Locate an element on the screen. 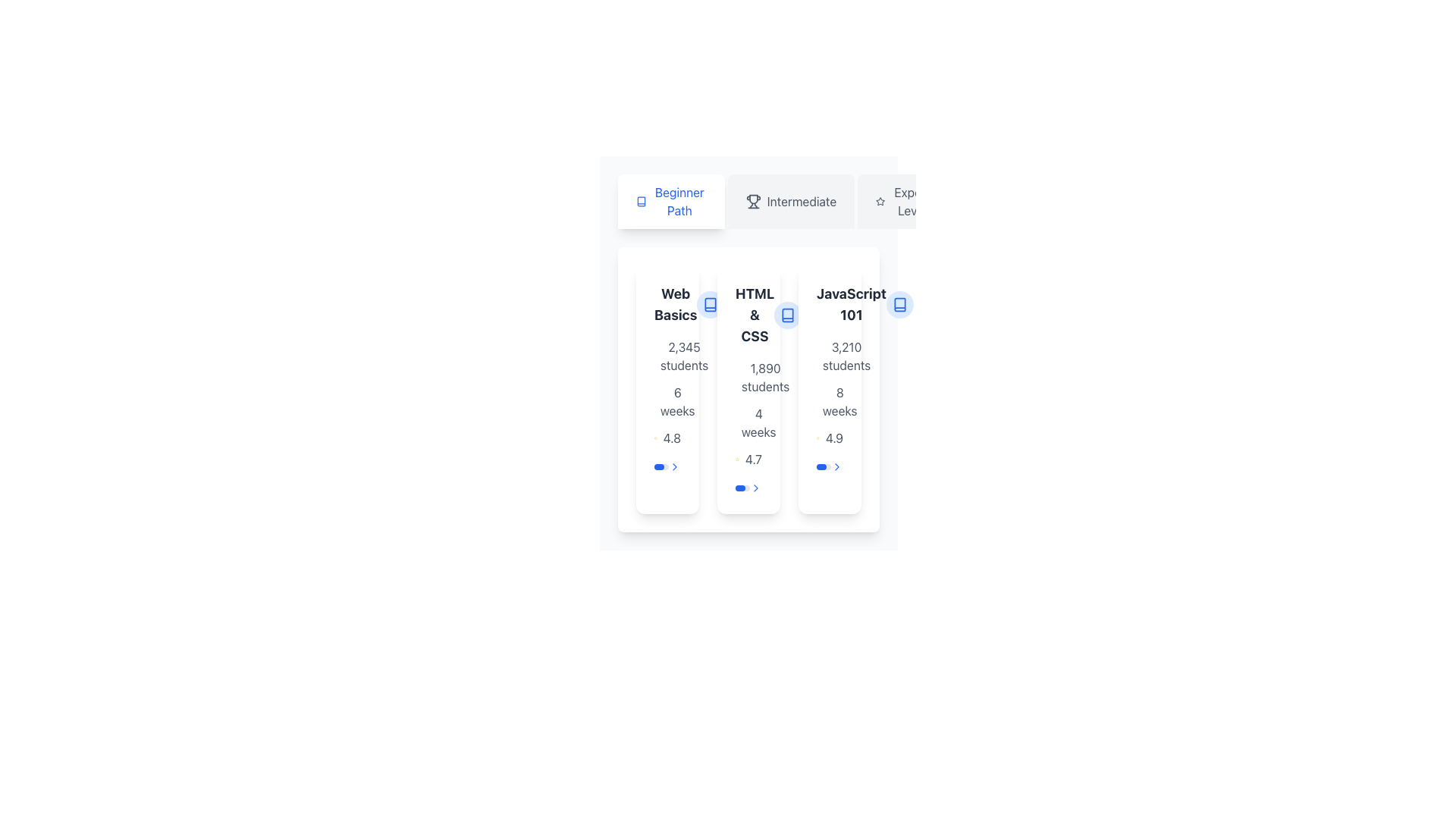 The height and width of the screenshot is (819, 1456). the progress bar with navigation icon located at the bottom-right of the 'Web Basics' card is located at coordinates (667, 466).